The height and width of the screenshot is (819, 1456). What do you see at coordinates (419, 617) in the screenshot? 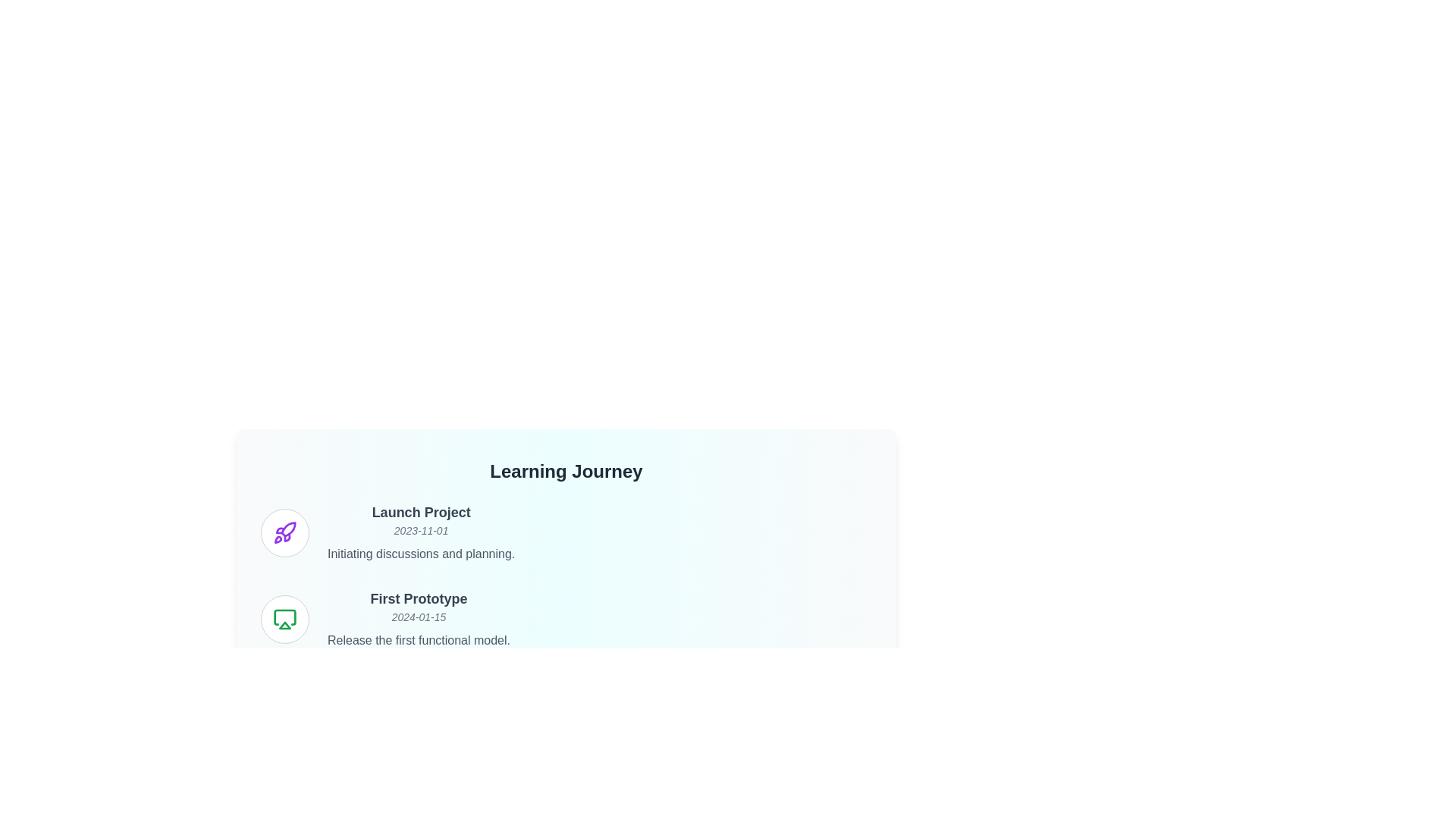
I see `the text label displaying a date in the format 'YYYY-MM-DD', which is styled with italicized, small, and gray text, located below 'First Prototype' and above 'Release the first functional model.'` at bounding box center [419, 617].